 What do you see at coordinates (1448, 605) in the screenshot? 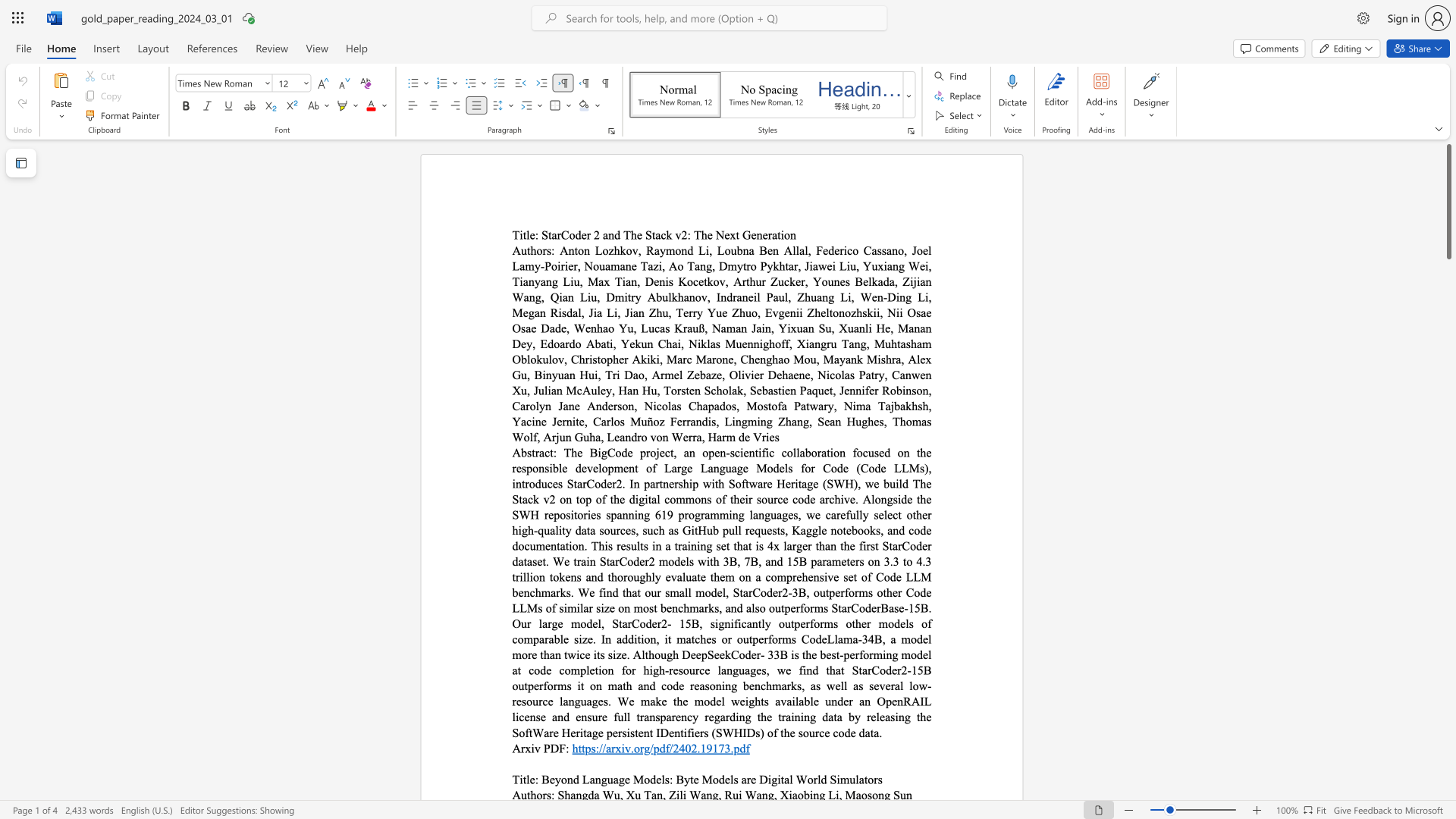
I see `the scrollbar on the right to shift the page lower` at bounding box center [1448, 605].